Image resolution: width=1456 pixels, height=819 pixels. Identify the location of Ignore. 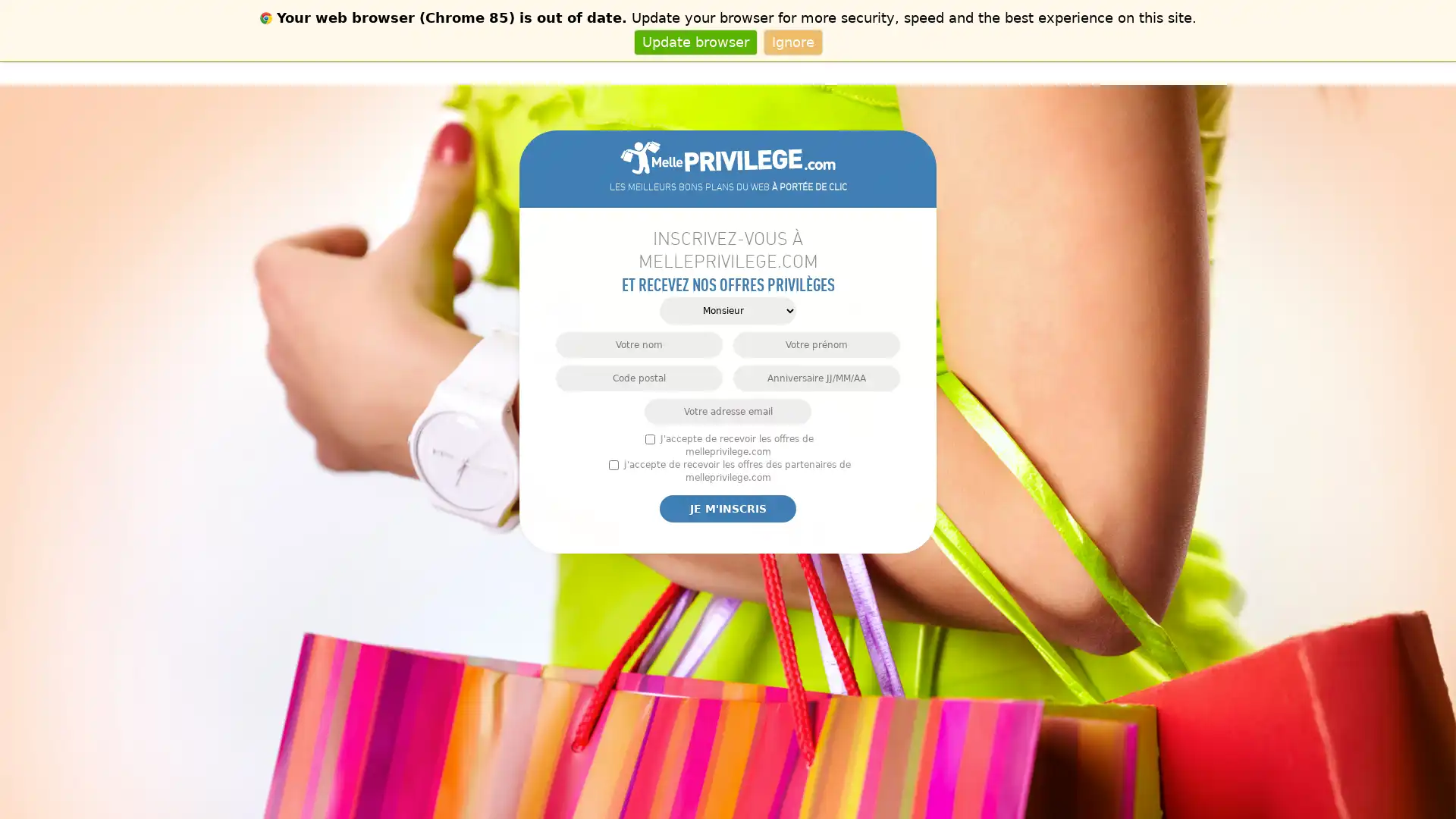
(792, 41).